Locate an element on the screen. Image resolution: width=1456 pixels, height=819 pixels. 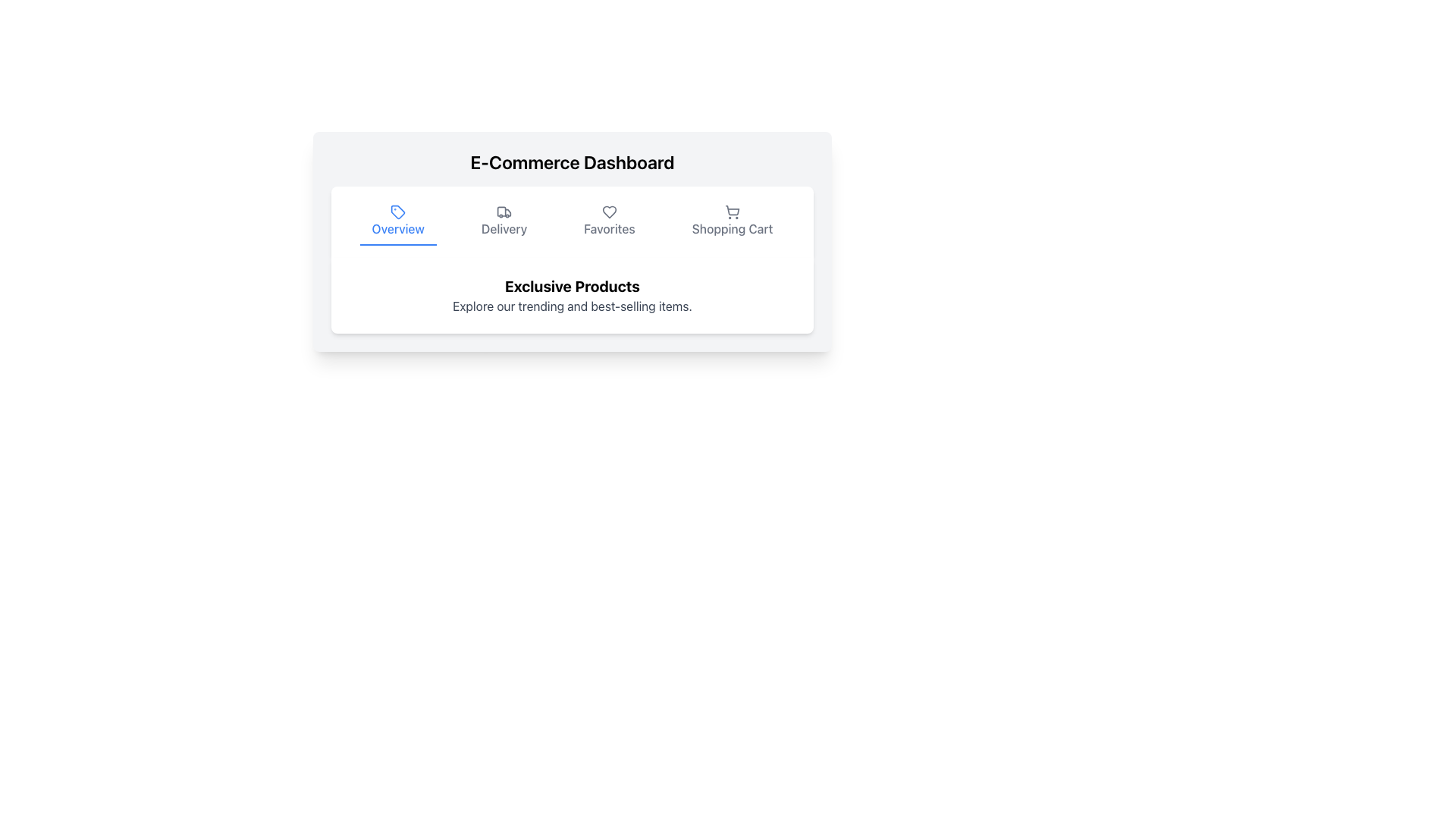
the delivery icon button located in the navigation area, adjacent to the 'Overview' and 'Favorites' icons is located at coordinates (501, 212).